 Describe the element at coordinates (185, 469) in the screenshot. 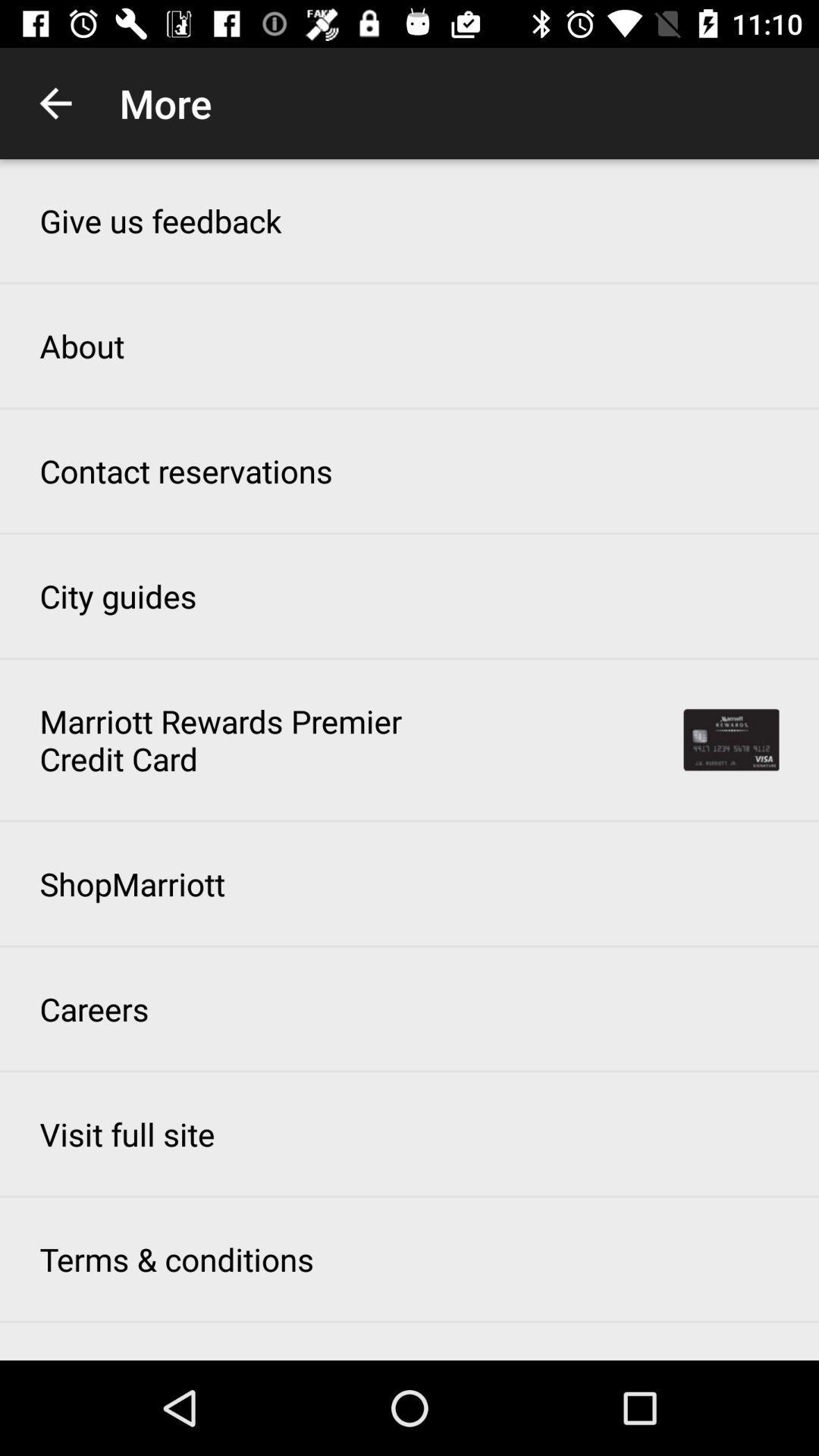

I see `the icon below about item` at that location.